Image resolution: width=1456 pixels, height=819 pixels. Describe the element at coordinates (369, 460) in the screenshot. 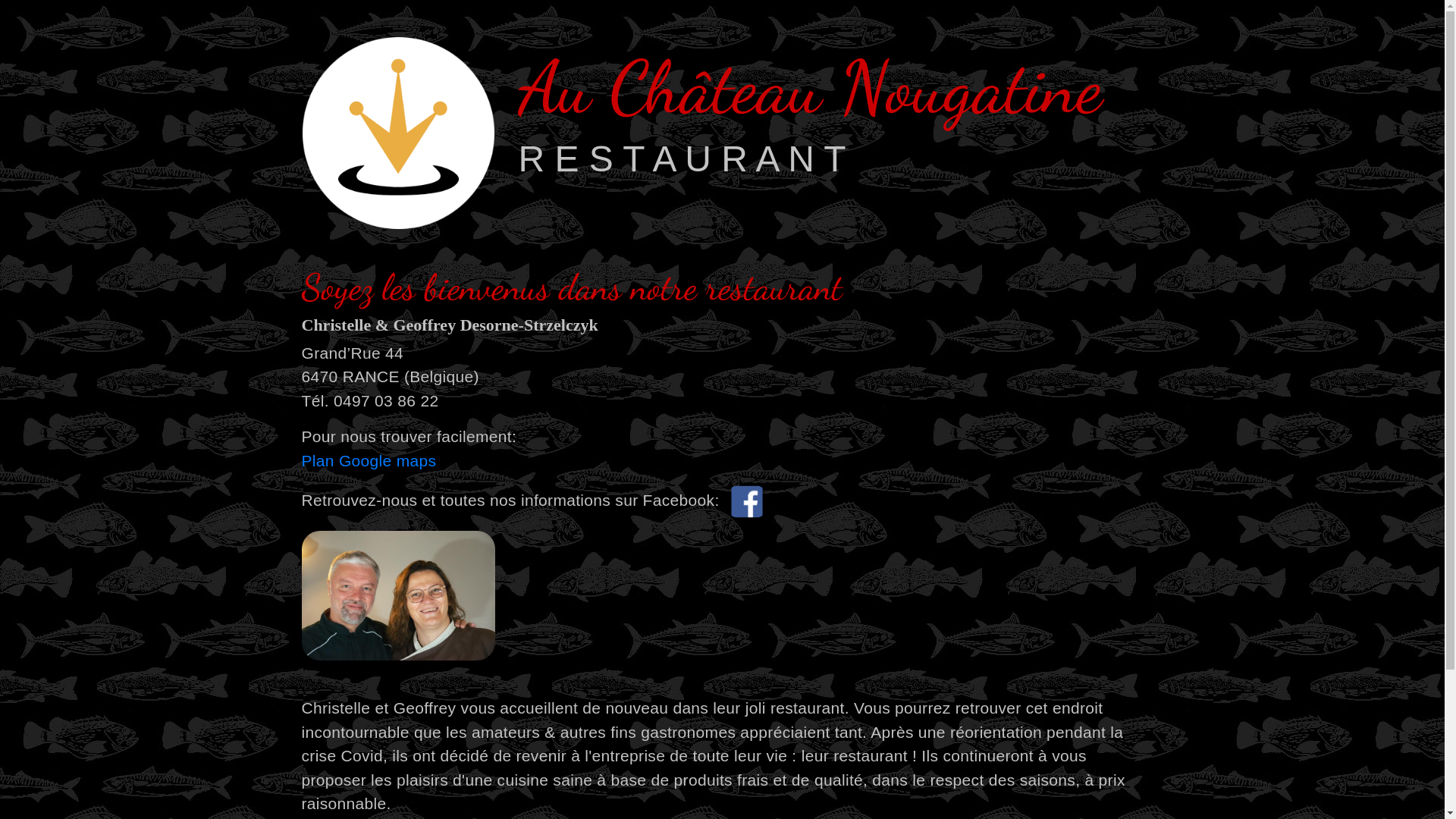

I see `'Plan Google maps'` at that location.